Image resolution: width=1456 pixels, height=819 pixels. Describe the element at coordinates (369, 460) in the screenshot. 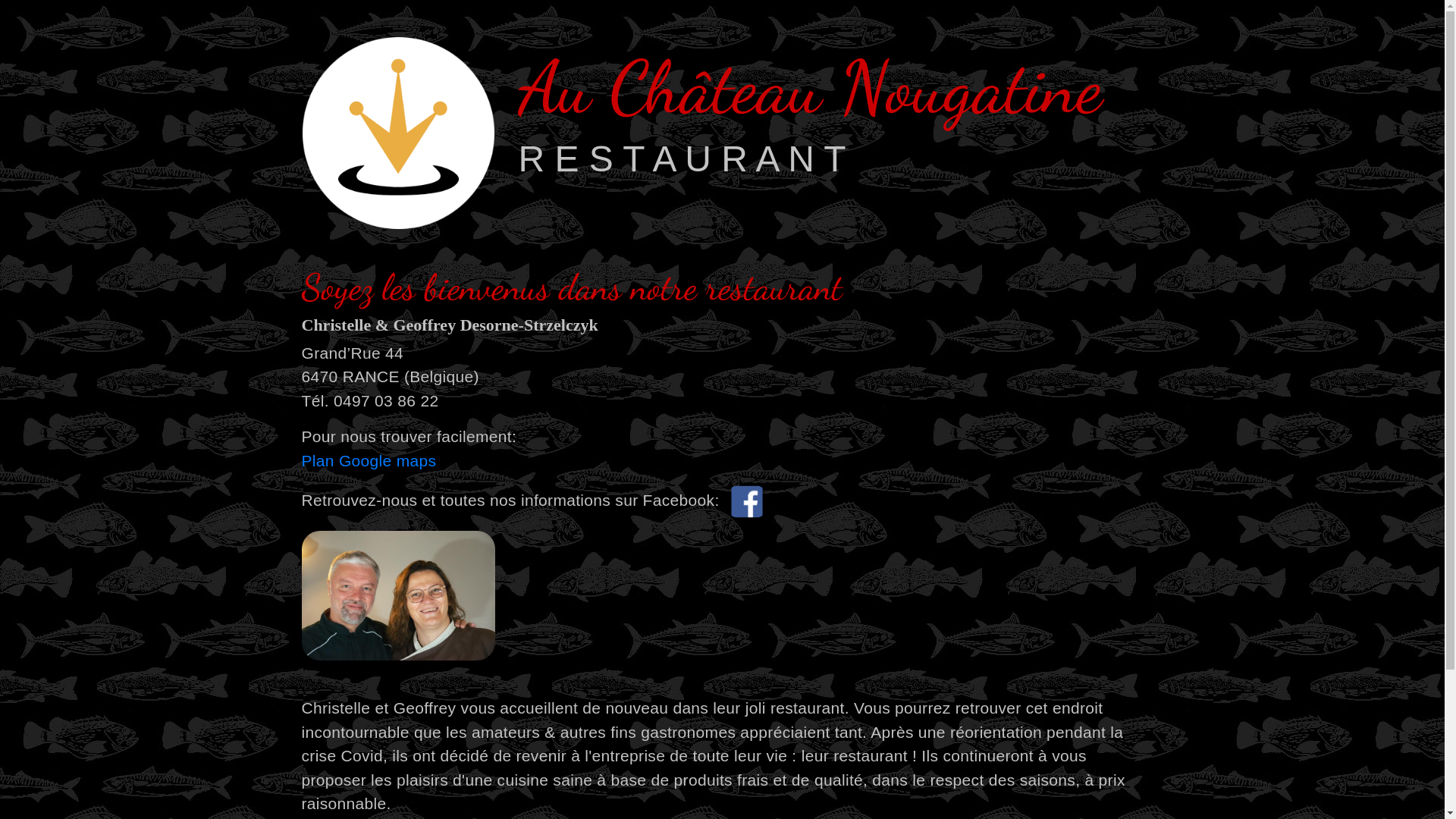

I see `'Plan Google maps'` at that location.